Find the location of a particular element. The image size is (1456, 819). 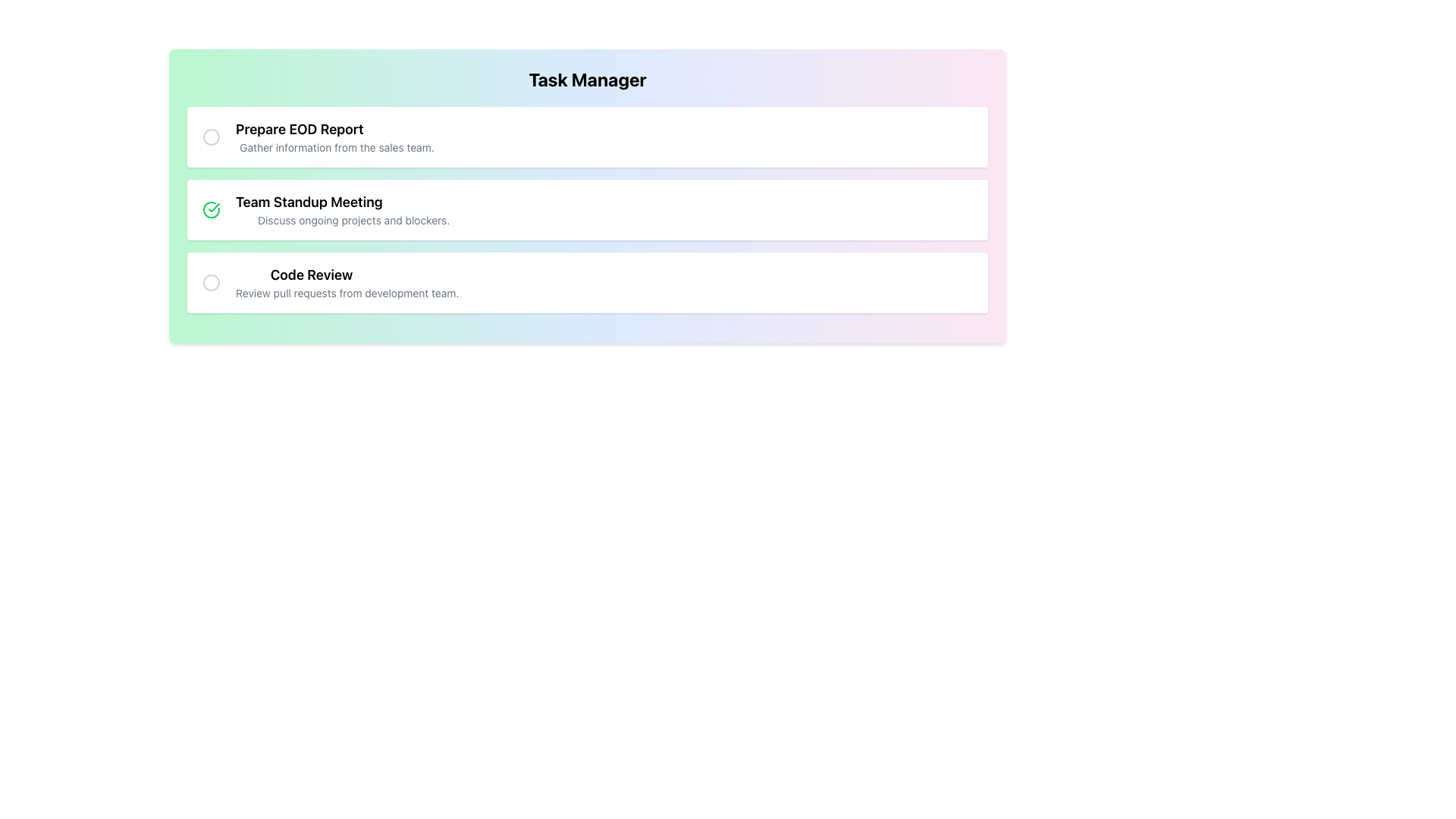

the circular icon styled with a border and hollow center, positioned to the left of the text 'Code Review' in the third task item is located at coordinates (210, 283).